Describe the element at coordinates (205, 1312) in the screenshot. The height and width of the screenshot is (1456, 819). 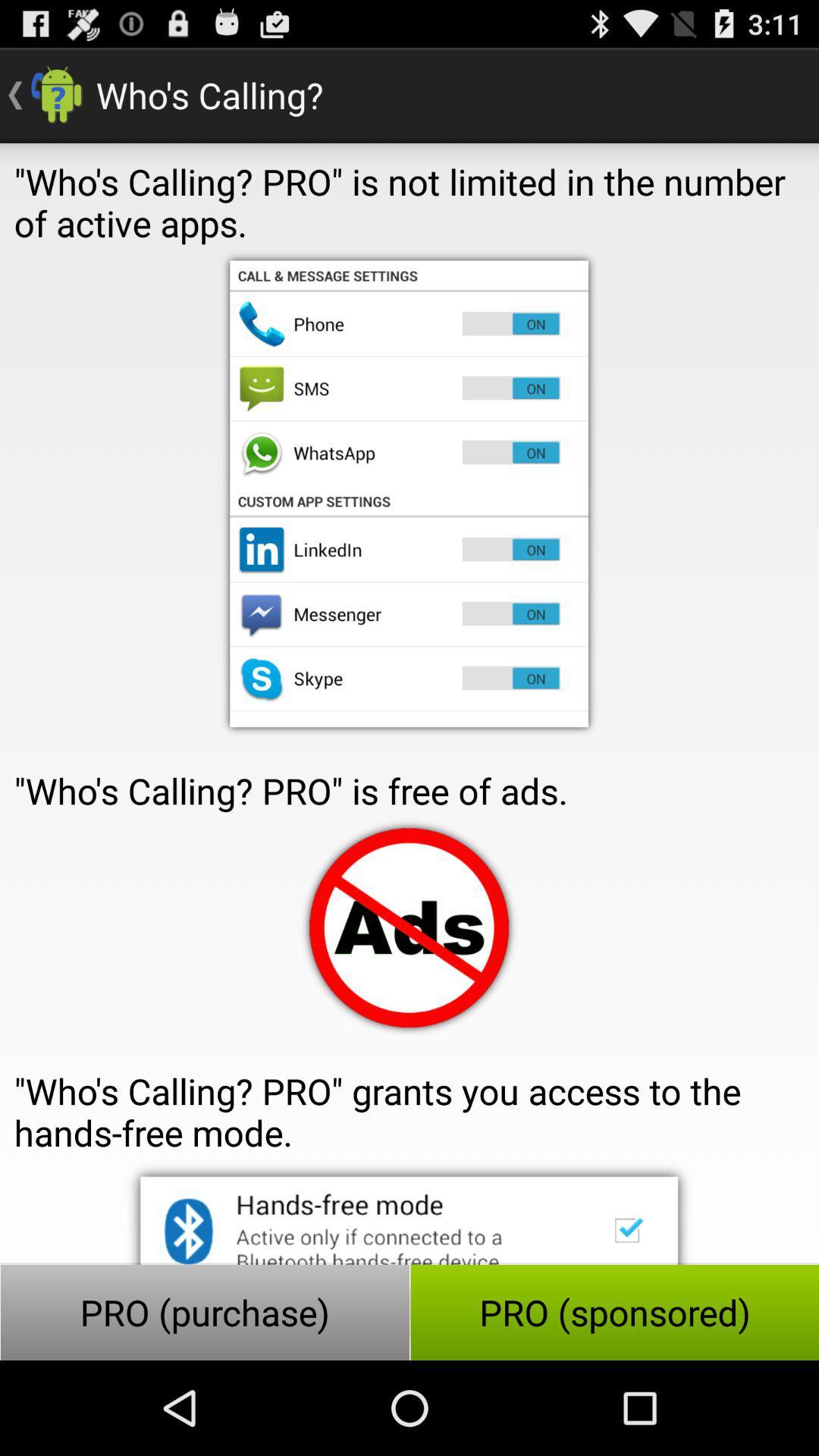
I see `the button at the bottom left corner` at that location.